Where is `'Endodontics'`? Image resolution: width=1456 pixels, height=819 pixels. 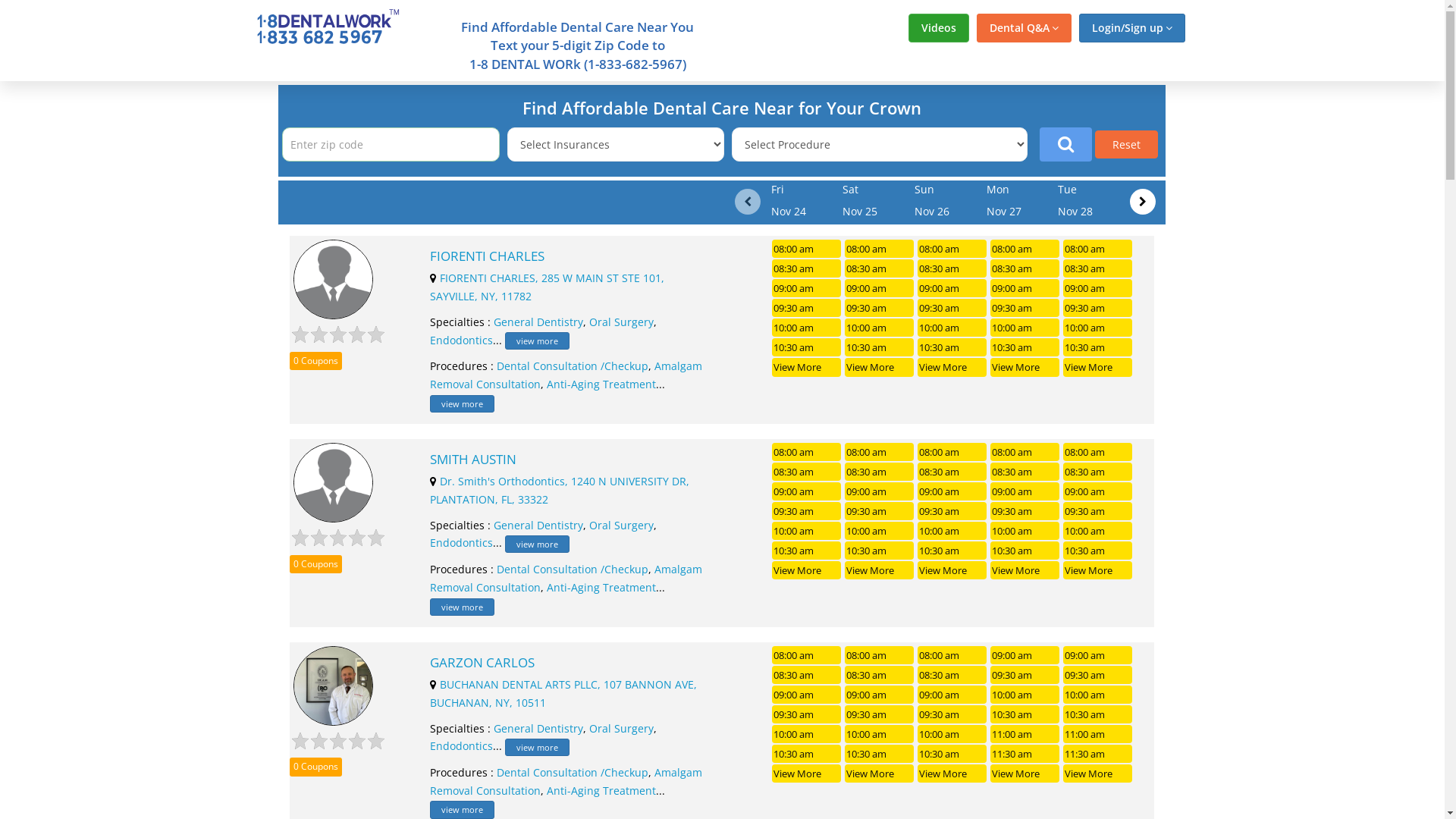 'Endodontics' is located at coordinates (428, 745).